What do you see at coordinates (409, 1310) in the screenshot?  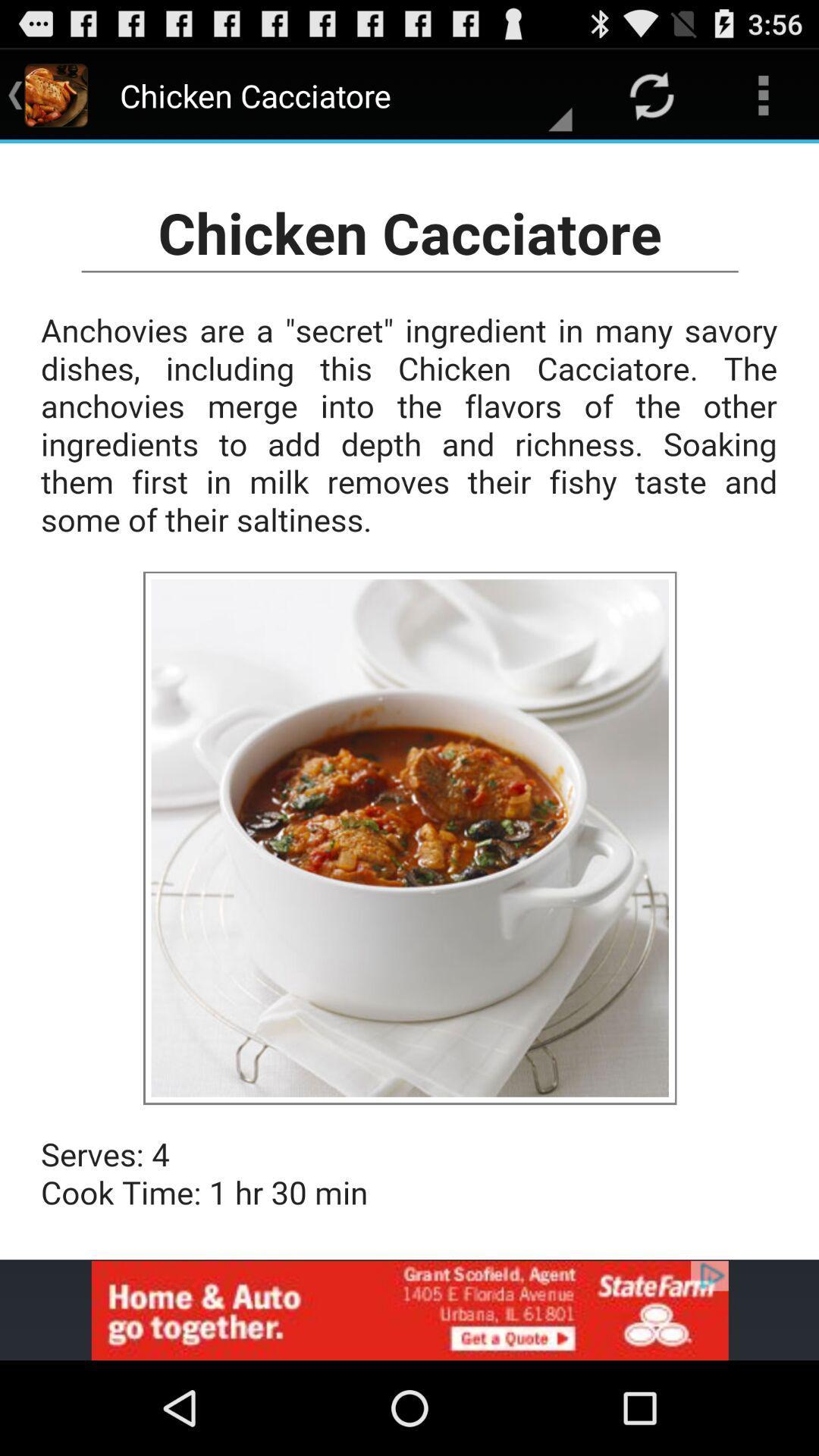 I see `open advertisement` at bounding box center [409, 1310].